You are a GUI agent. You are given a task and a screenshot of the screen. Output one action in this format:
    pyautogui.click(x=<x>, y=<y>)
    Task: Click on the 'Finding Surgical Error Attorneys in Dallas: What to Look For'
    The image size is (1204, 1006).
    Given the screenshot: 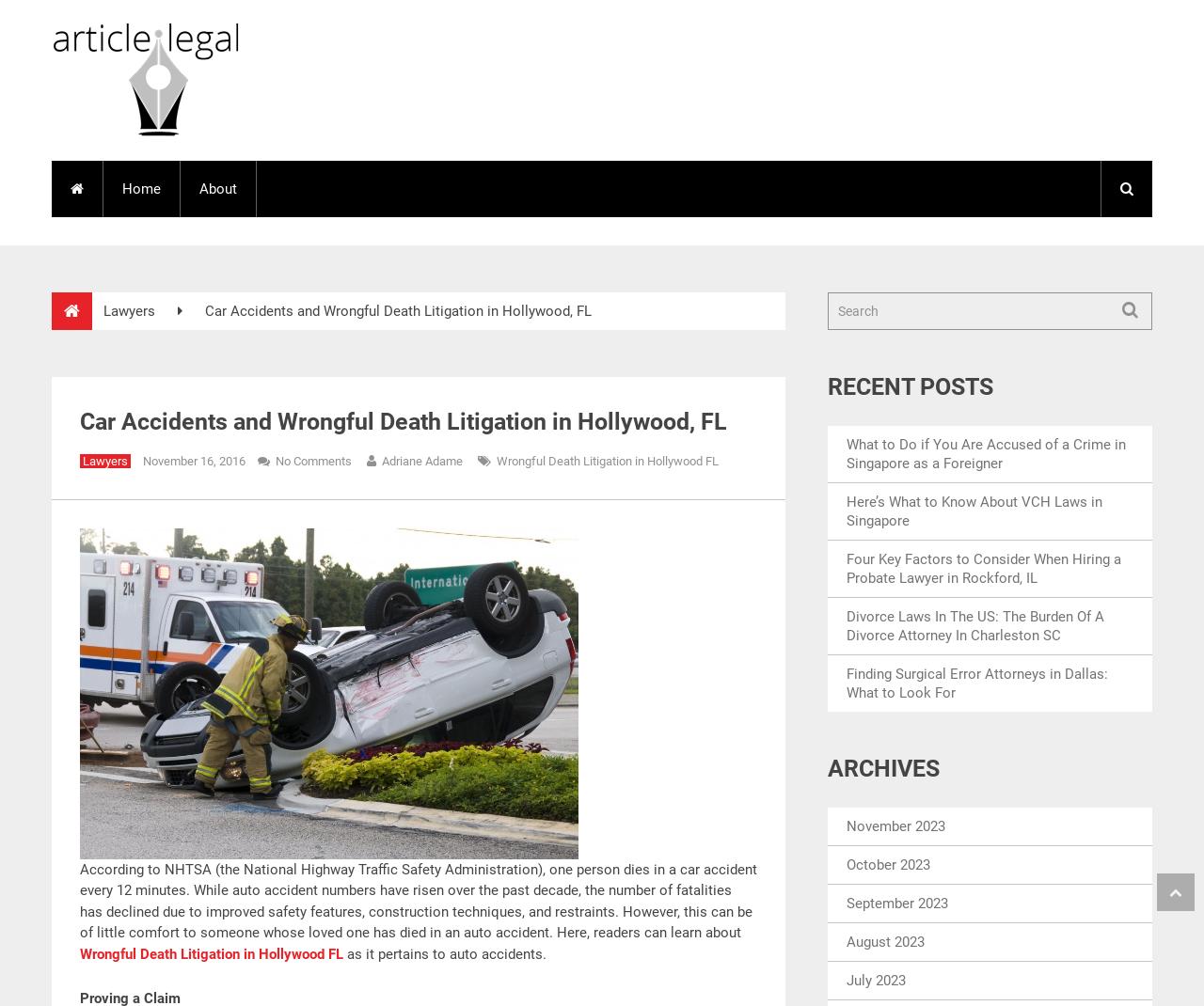 What is the action you would take?
    pyautogui.click(x=976, y=681)
    